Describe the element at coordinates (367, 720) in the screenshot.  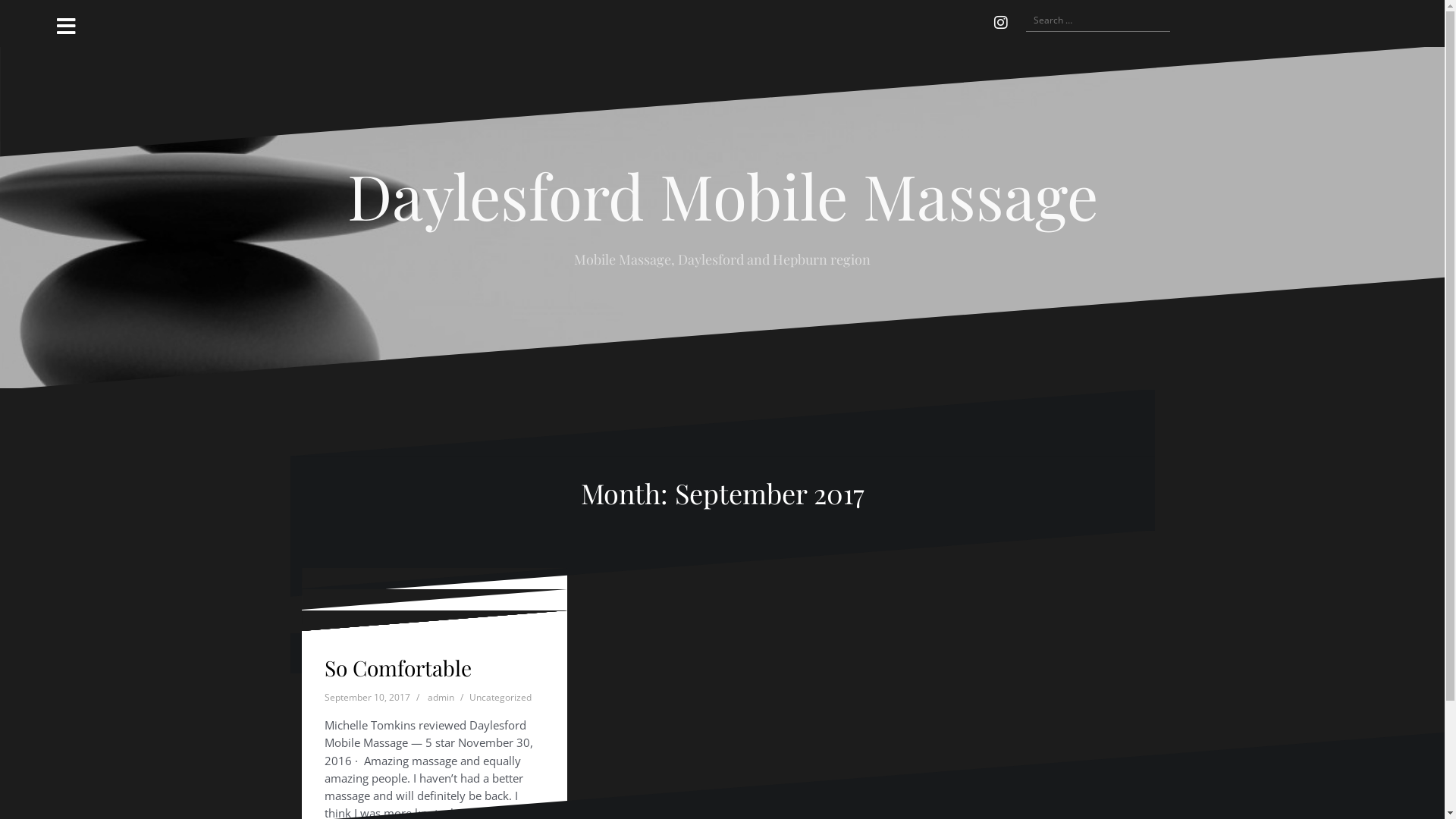
I see `'September 10, 2017'` at that location.